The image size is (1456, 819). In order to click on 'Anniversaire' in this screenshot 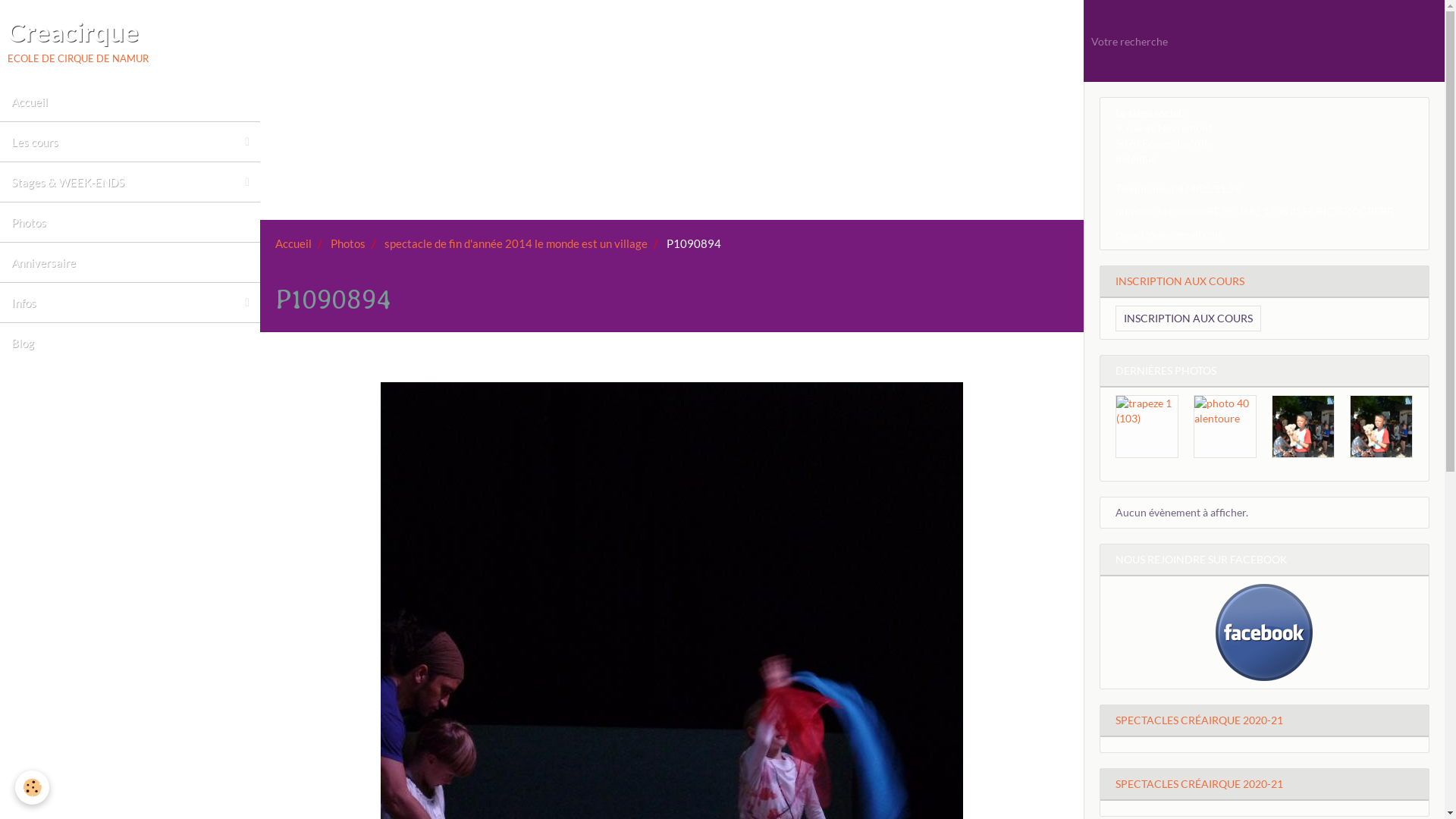, I will do `click(130, 262)`.